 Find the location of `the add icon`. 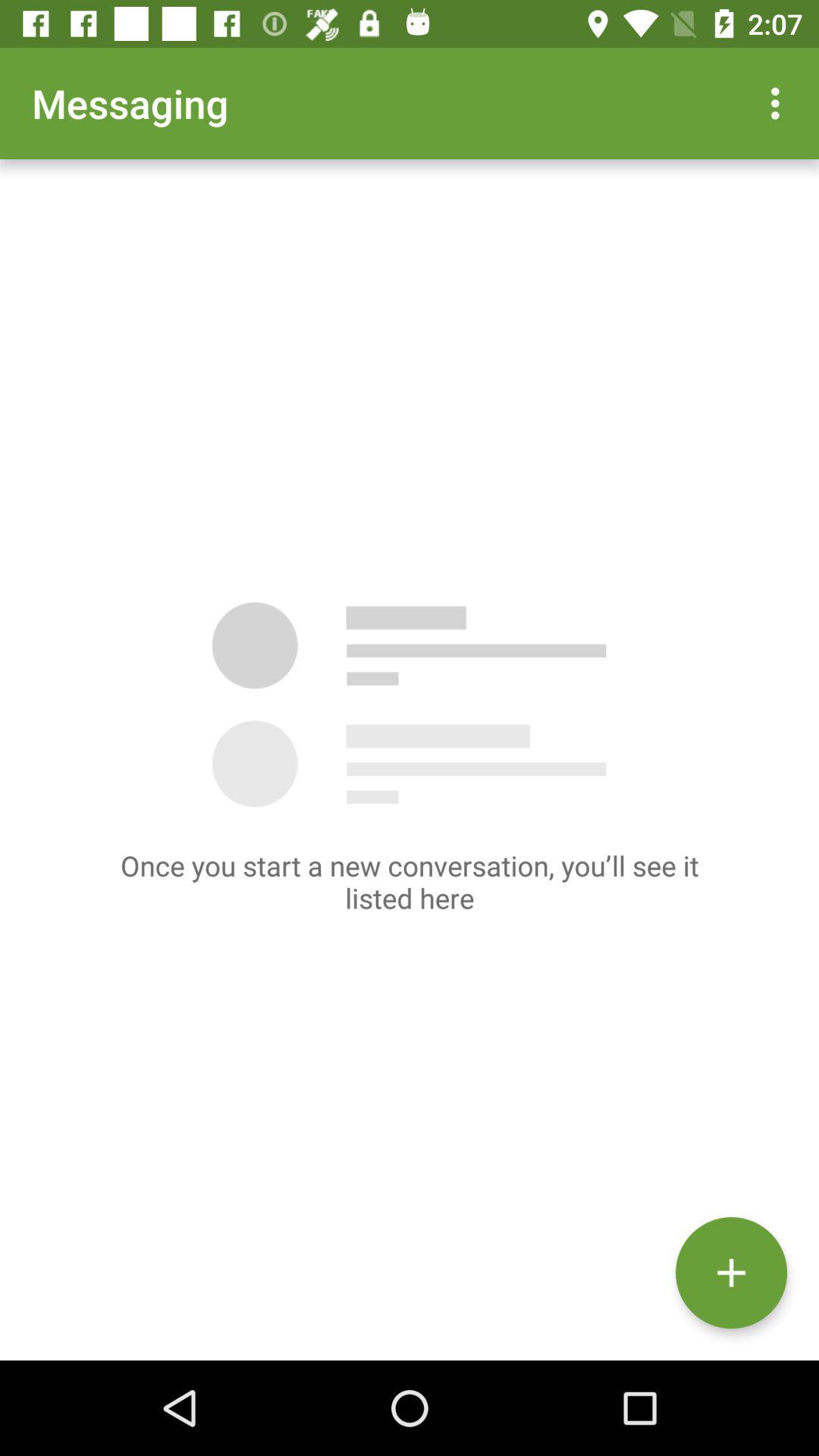

the add icon is located at coordinates (730, 1272).